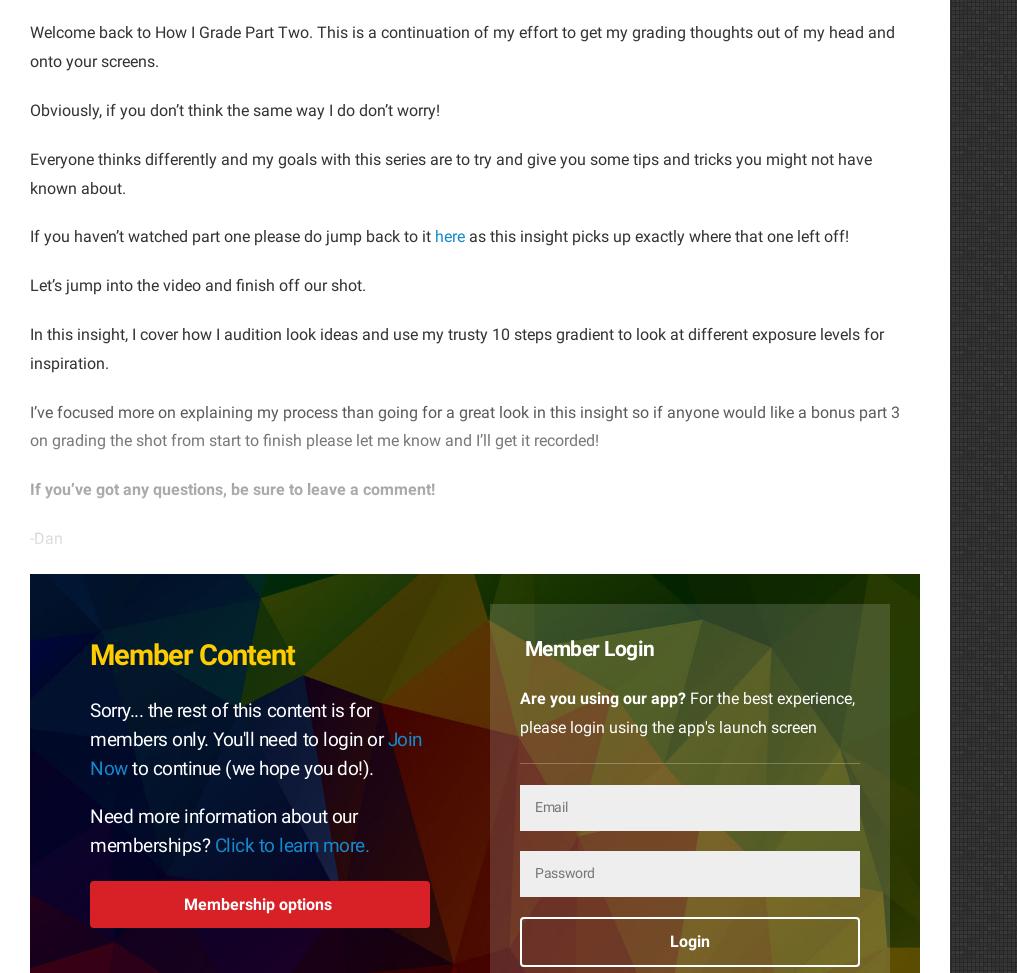 This screenshot has width=1017, height=973. What do you see at coordinates (223, 830) in the screenshot?
I see `'Need more information about our memberships?'` at bounding box center [223, 830].